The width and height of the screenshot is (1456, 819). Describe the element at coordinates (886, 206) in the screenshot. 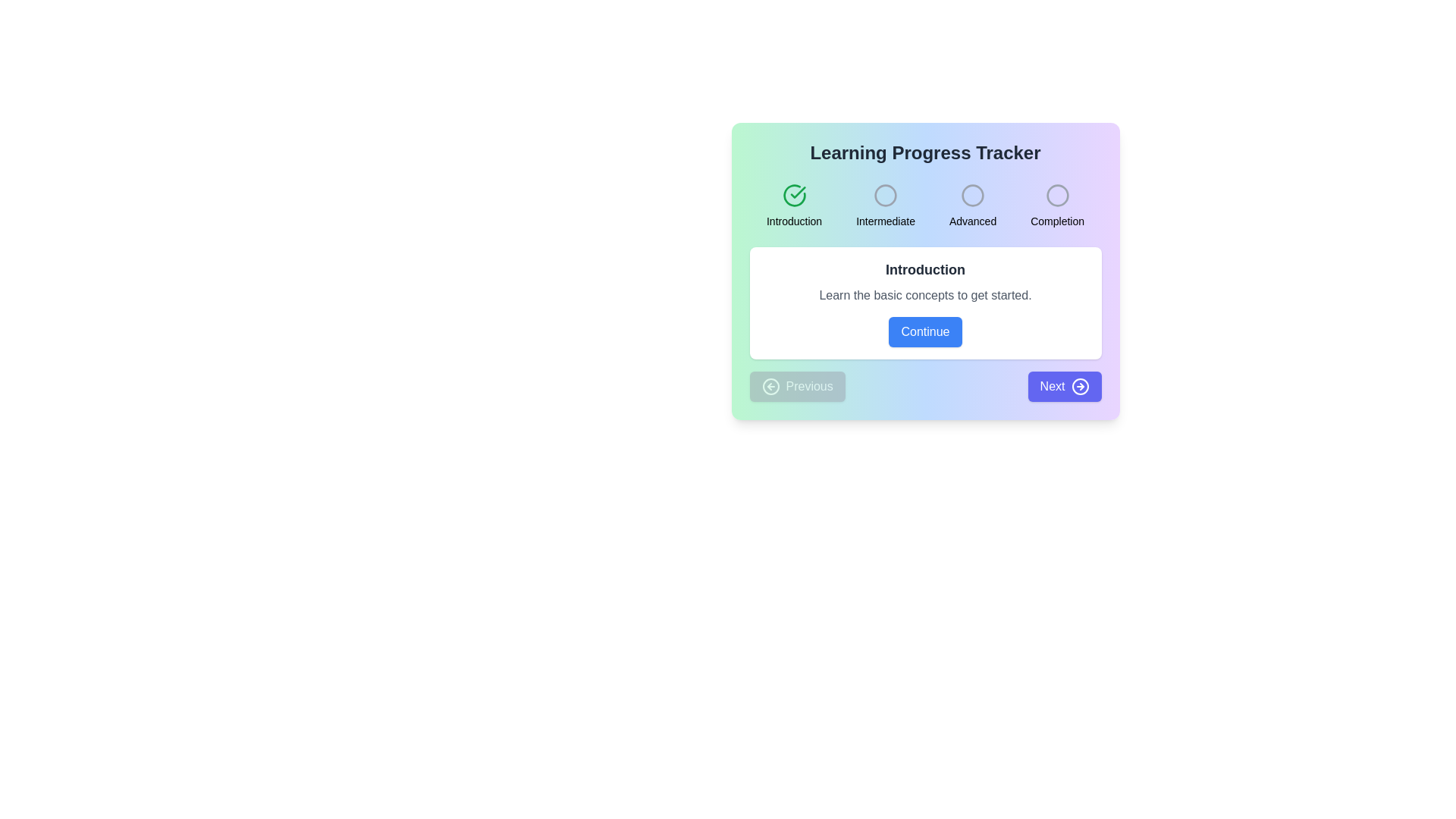

I see `the 'Intermediate' step indicator label with circular outline in the Learning Progress Tracker section` at that location.